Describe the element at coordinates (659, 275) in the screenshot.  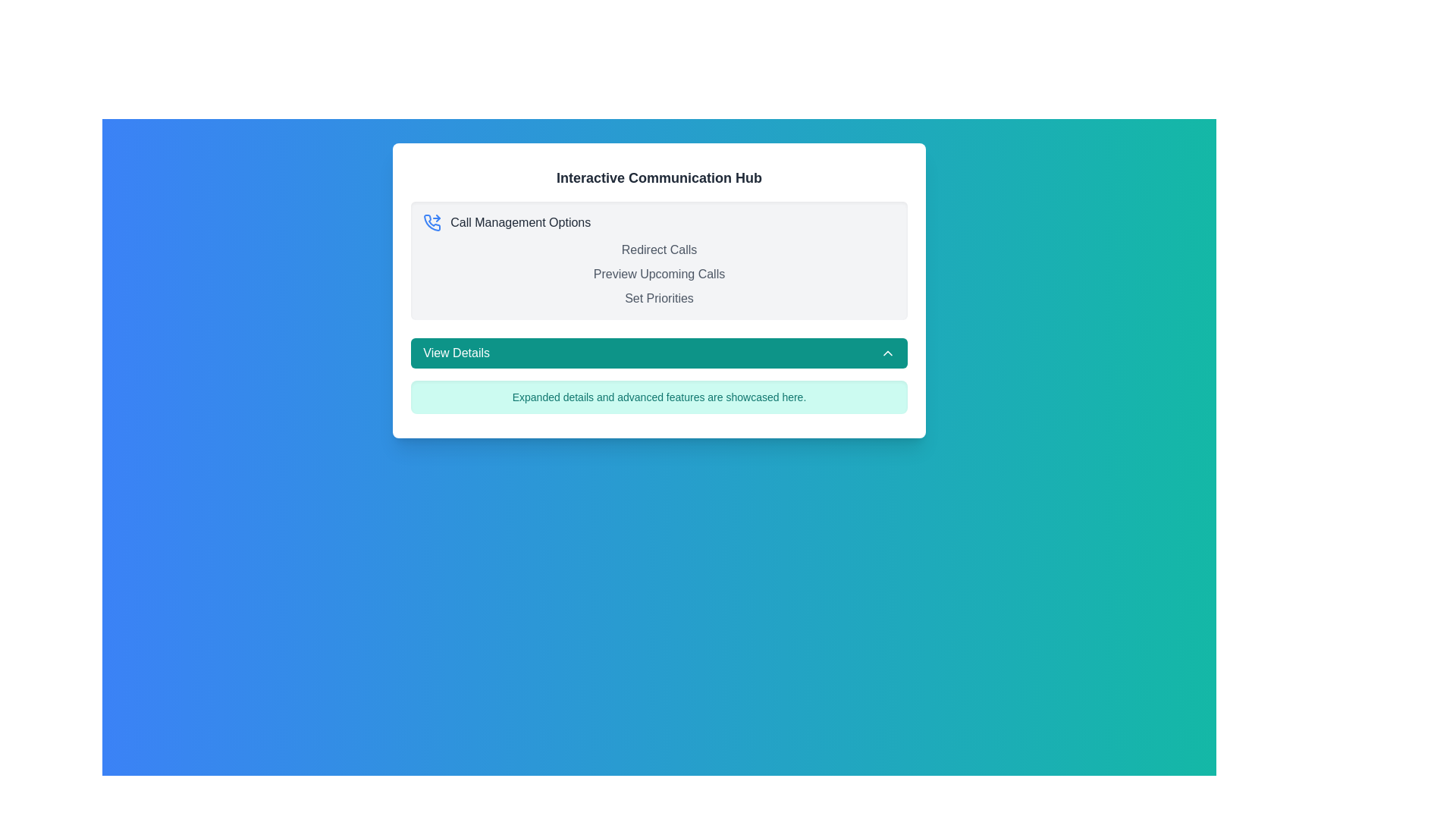
I see `the Text label that indicates an available feature or functionality related` at that location.